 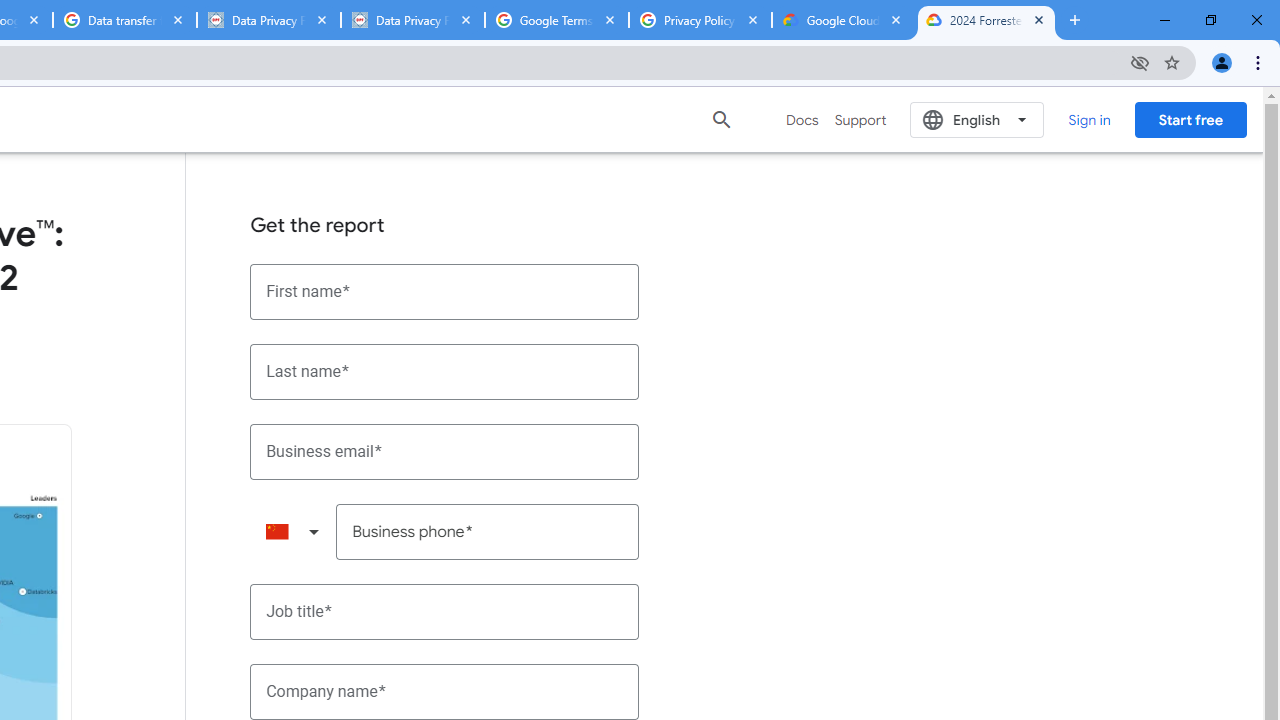 I want to click on 'Google Cloud Privacy Notice', so click(x=843, y=20).